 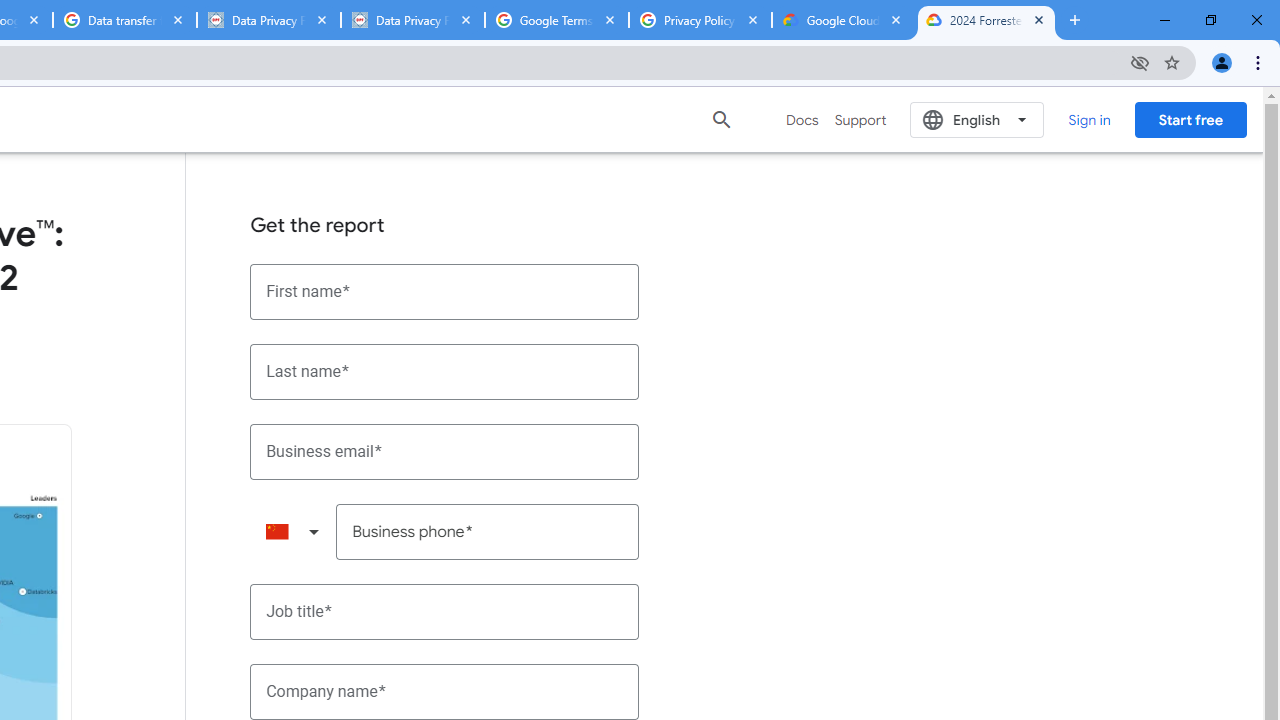 I want to click on 'Google Cloud Privacy Notice', so click(x=843, y=20).